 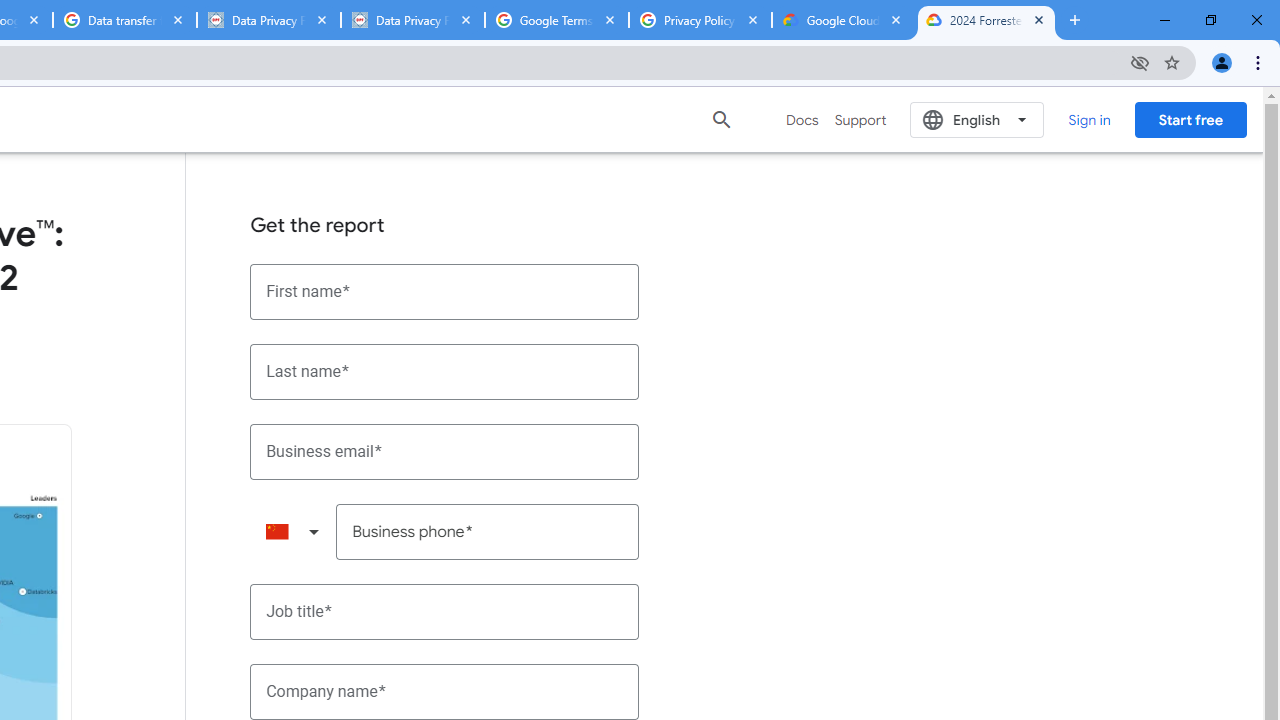 I want to click on 'Google Cloud Privacy Notice', so click(x=843, y=20).